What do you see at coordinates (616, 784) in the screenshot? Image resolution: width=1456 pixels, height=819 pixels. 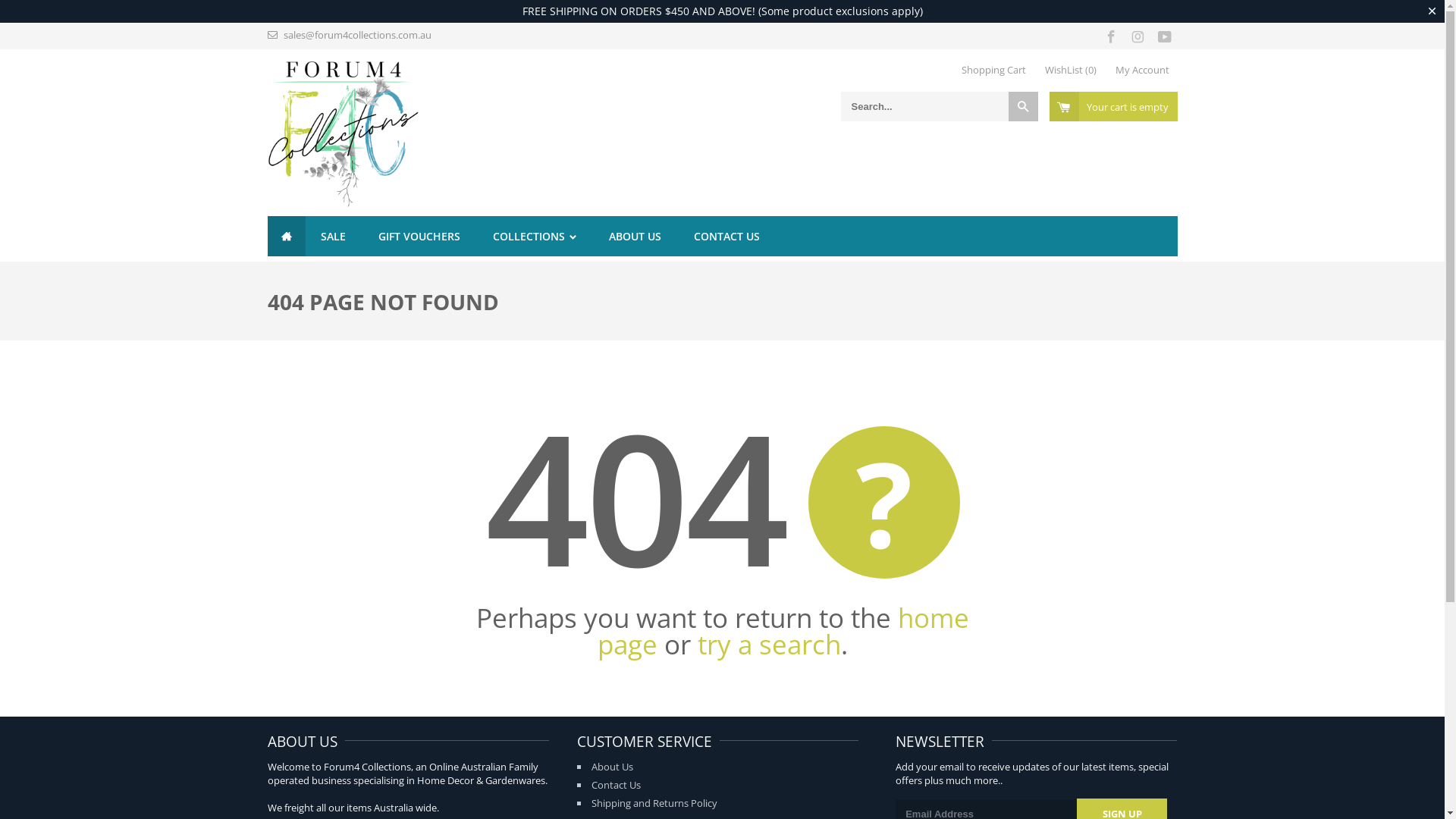 I see `'Contact Us'` at bounding box center [616, 784].